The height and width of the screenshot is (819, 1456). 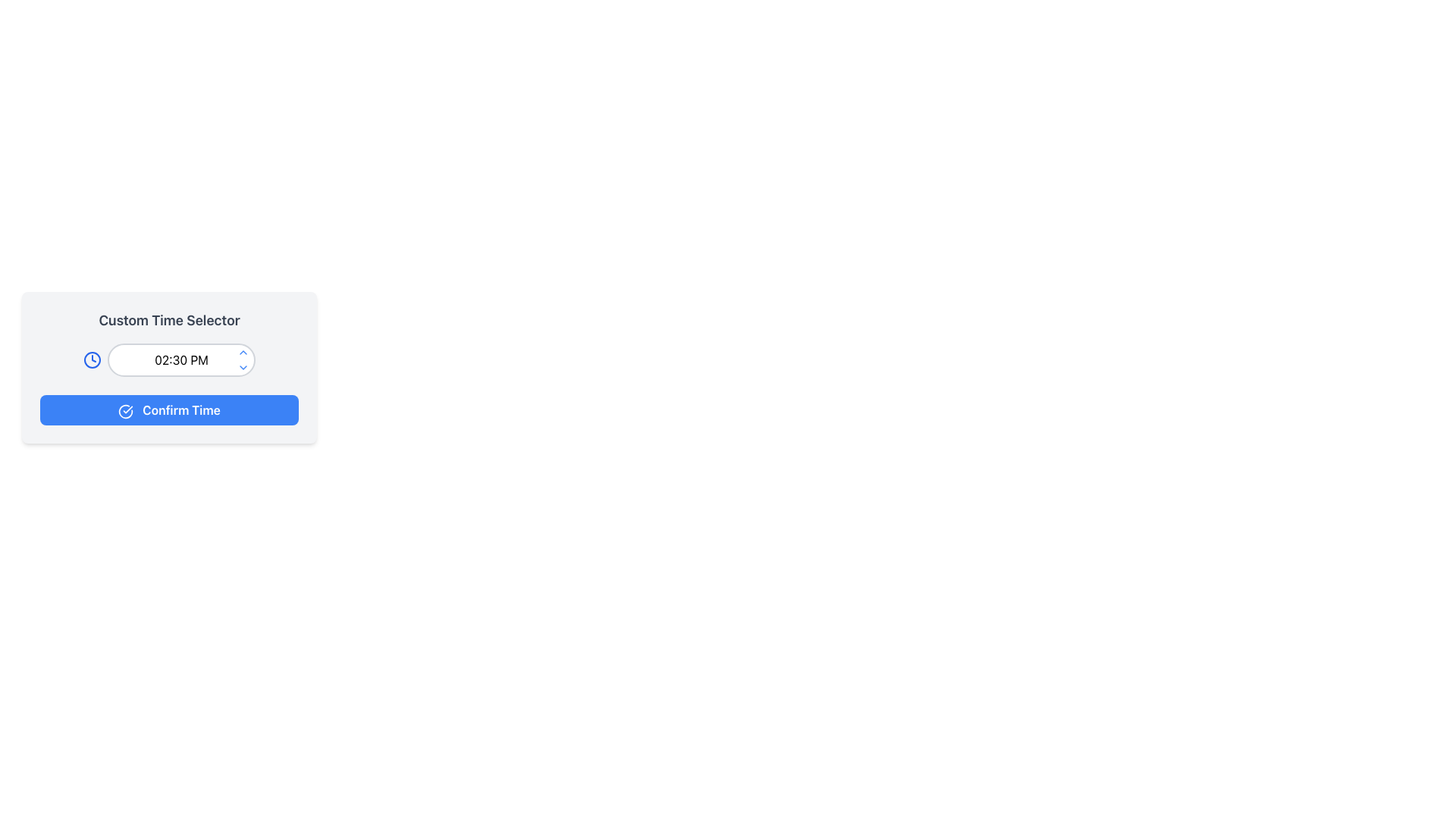 What do you see at coordinates (169, 409) in the screenshot?
I see `the confirmation button located at the bottom of the 'Custom Time Selector' card component to confirm the selected time` at bounding box center [169, 409].